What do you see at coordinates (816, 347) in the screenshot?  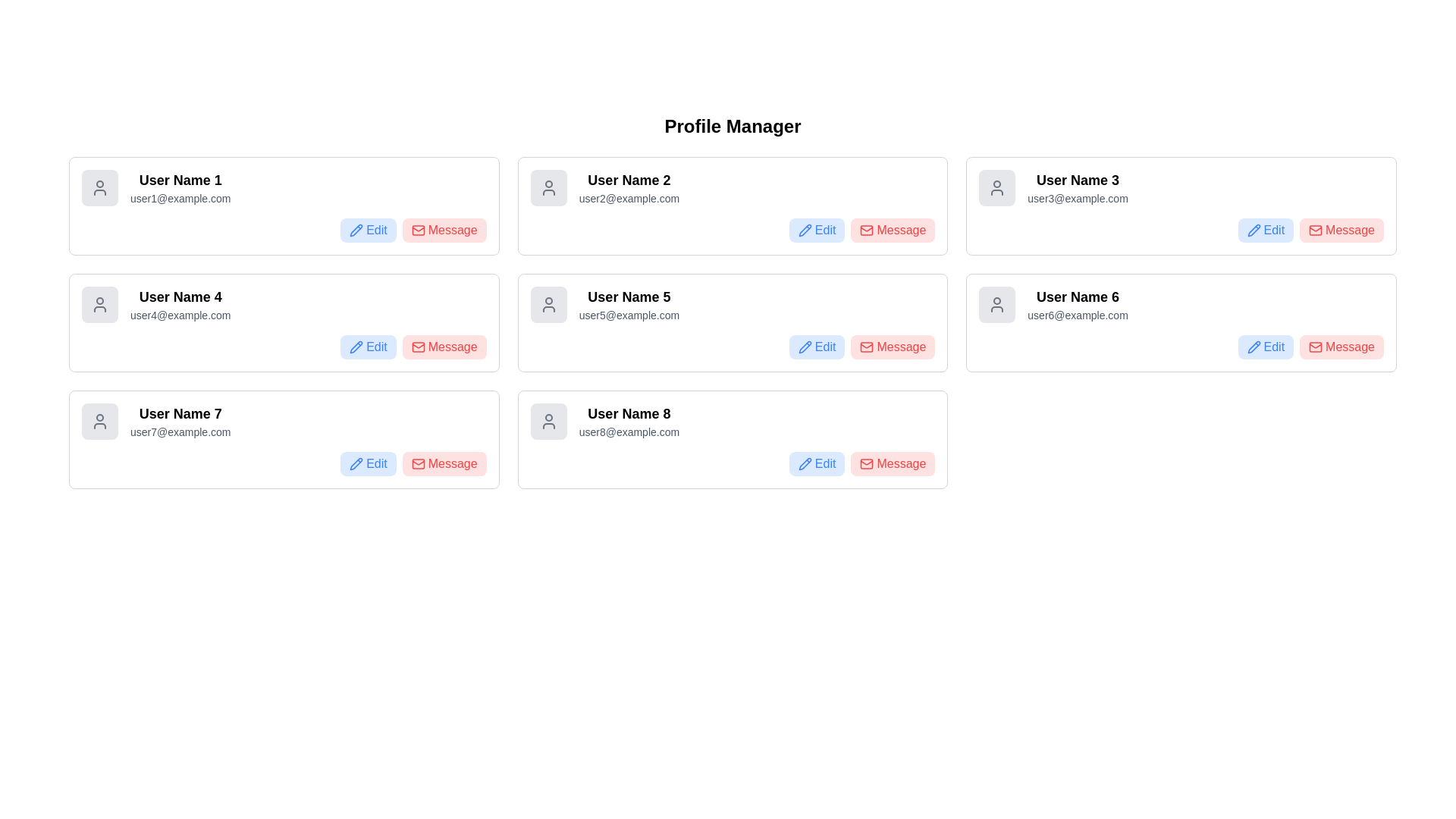 I see `the edit button located at the bottom-right corner of the card for 'User Name 5' to initiate the editing process for the user's details` at bounding box center [816, 347].